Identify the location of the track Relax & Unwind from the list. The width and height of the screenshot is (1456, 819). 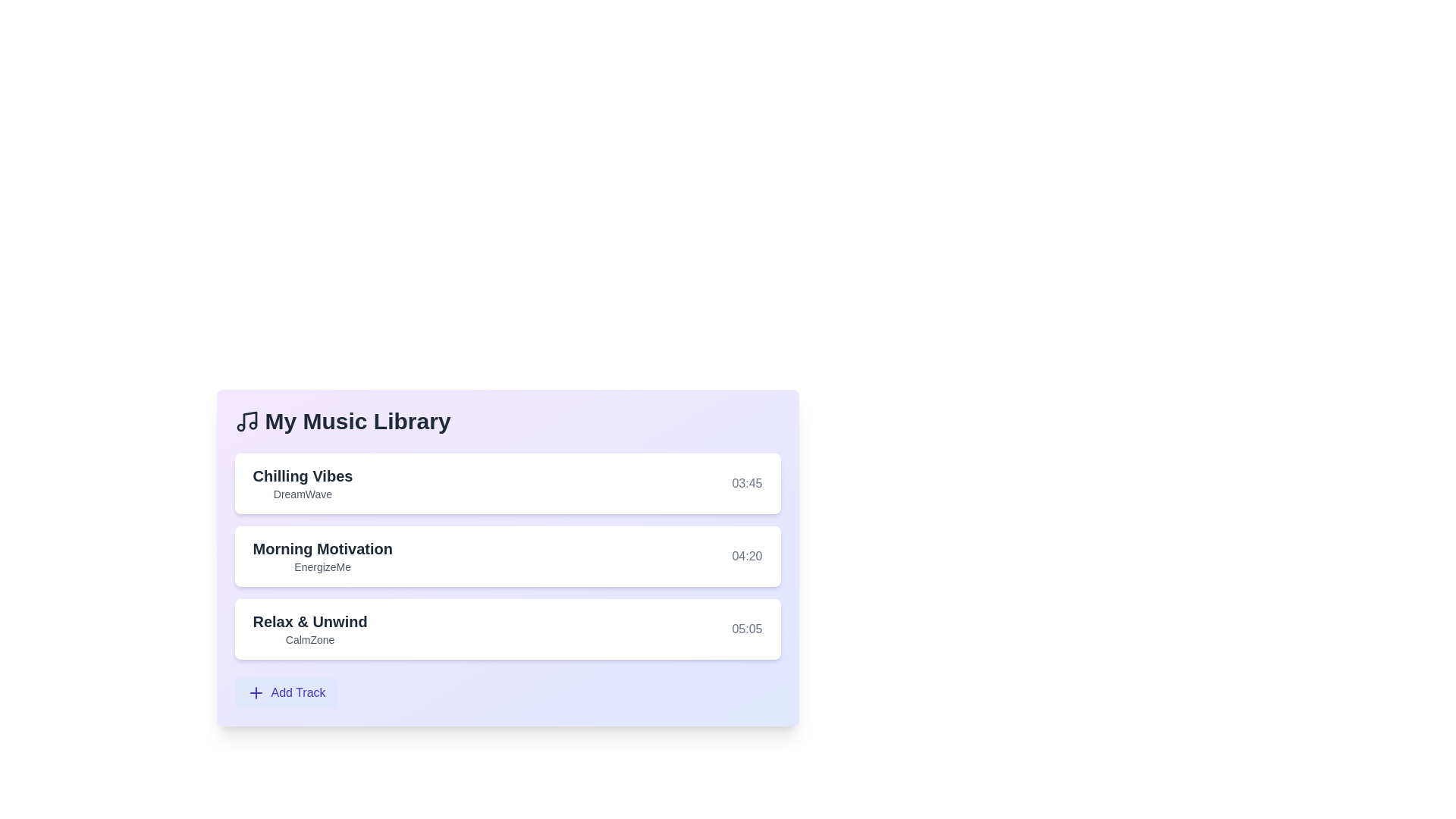
(507, 629).